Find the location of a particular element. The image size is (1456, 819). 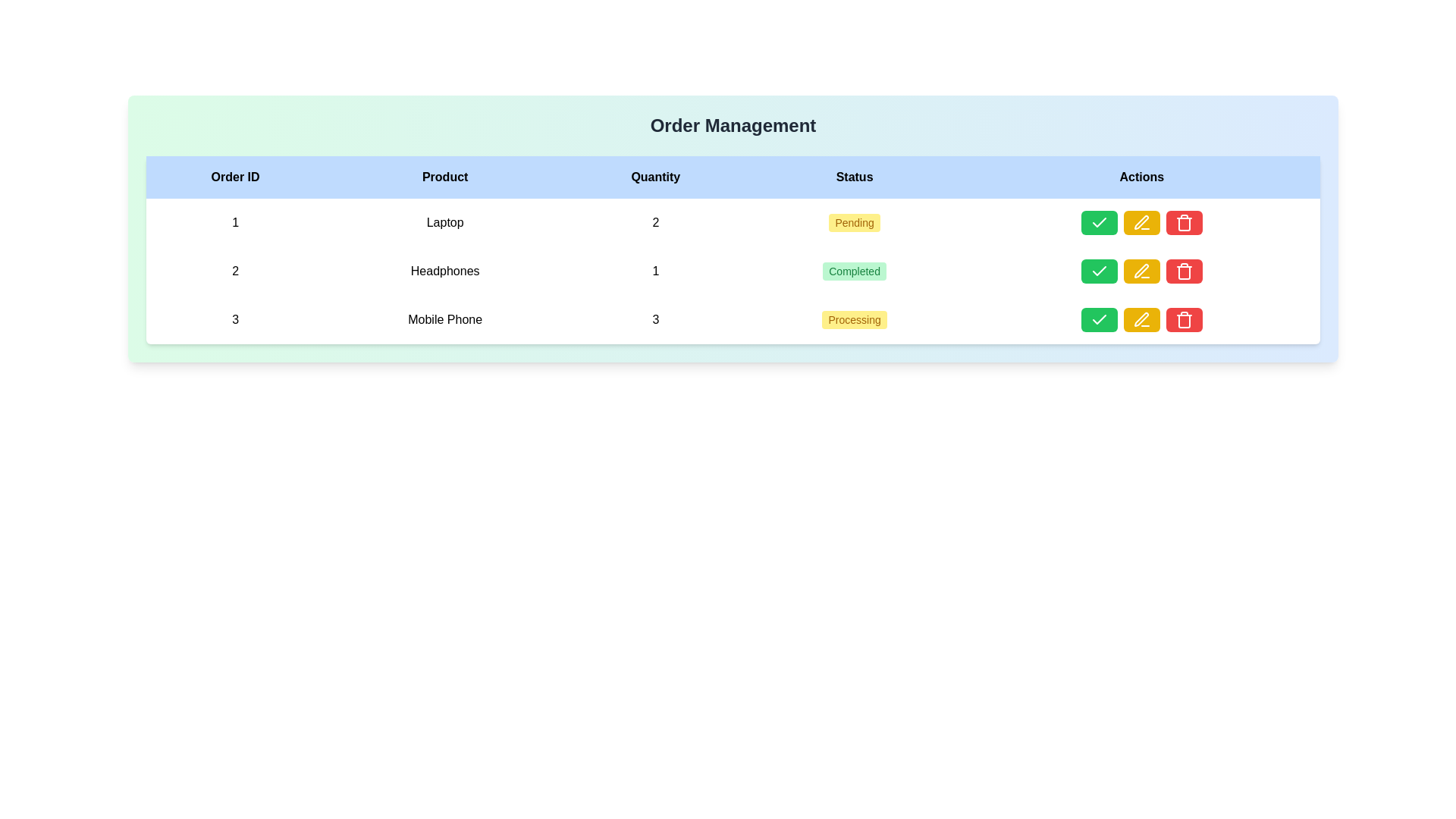

the 'Confirm' icon button located in the 'Actions' column of the last table row associated with the 'Mobile Phone' order to confirm the action is located at coordinates (1099, 318).